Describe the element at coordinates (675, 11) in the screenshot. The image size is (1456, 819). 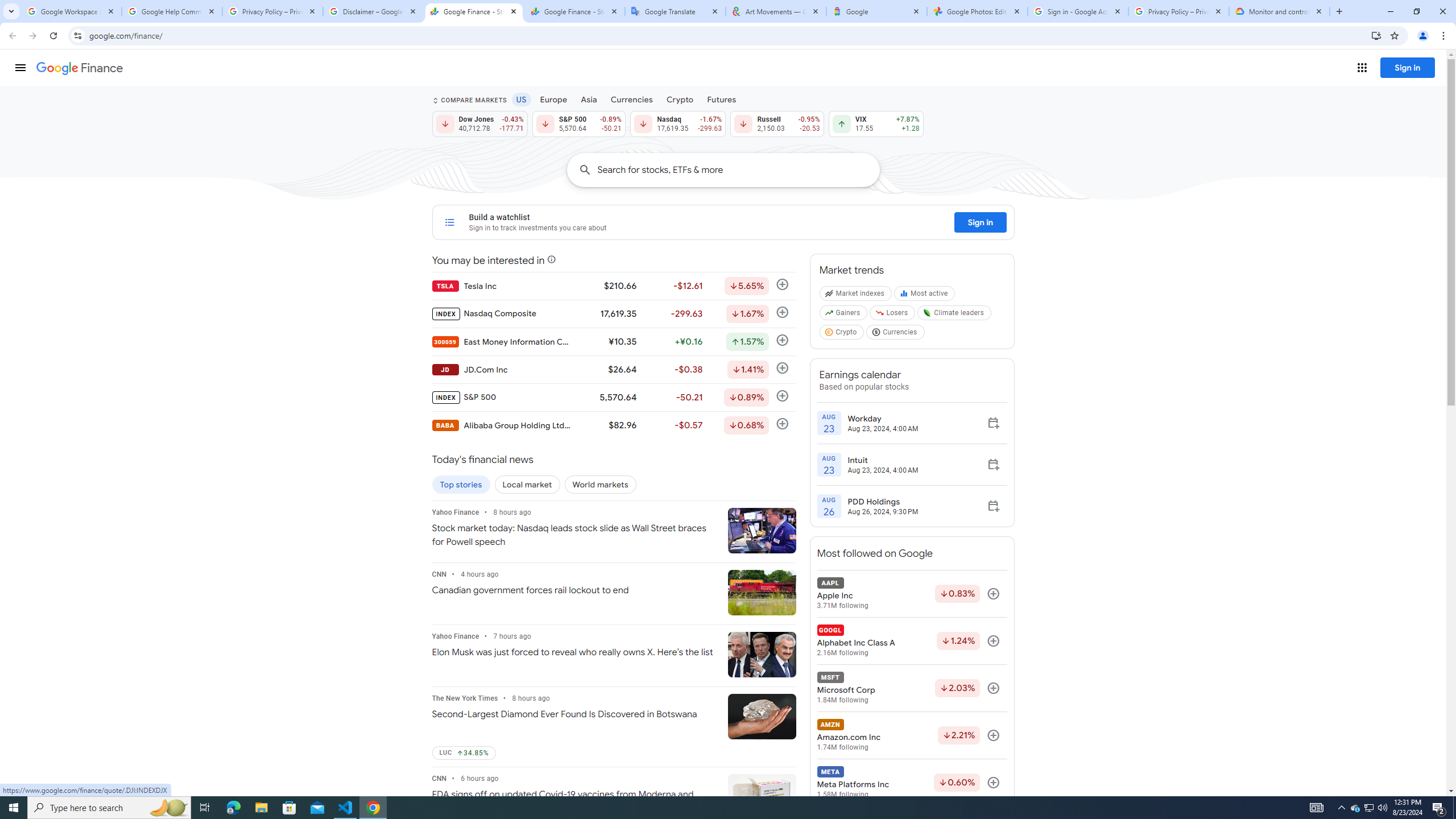
I see `'Google Translate'` at that location.